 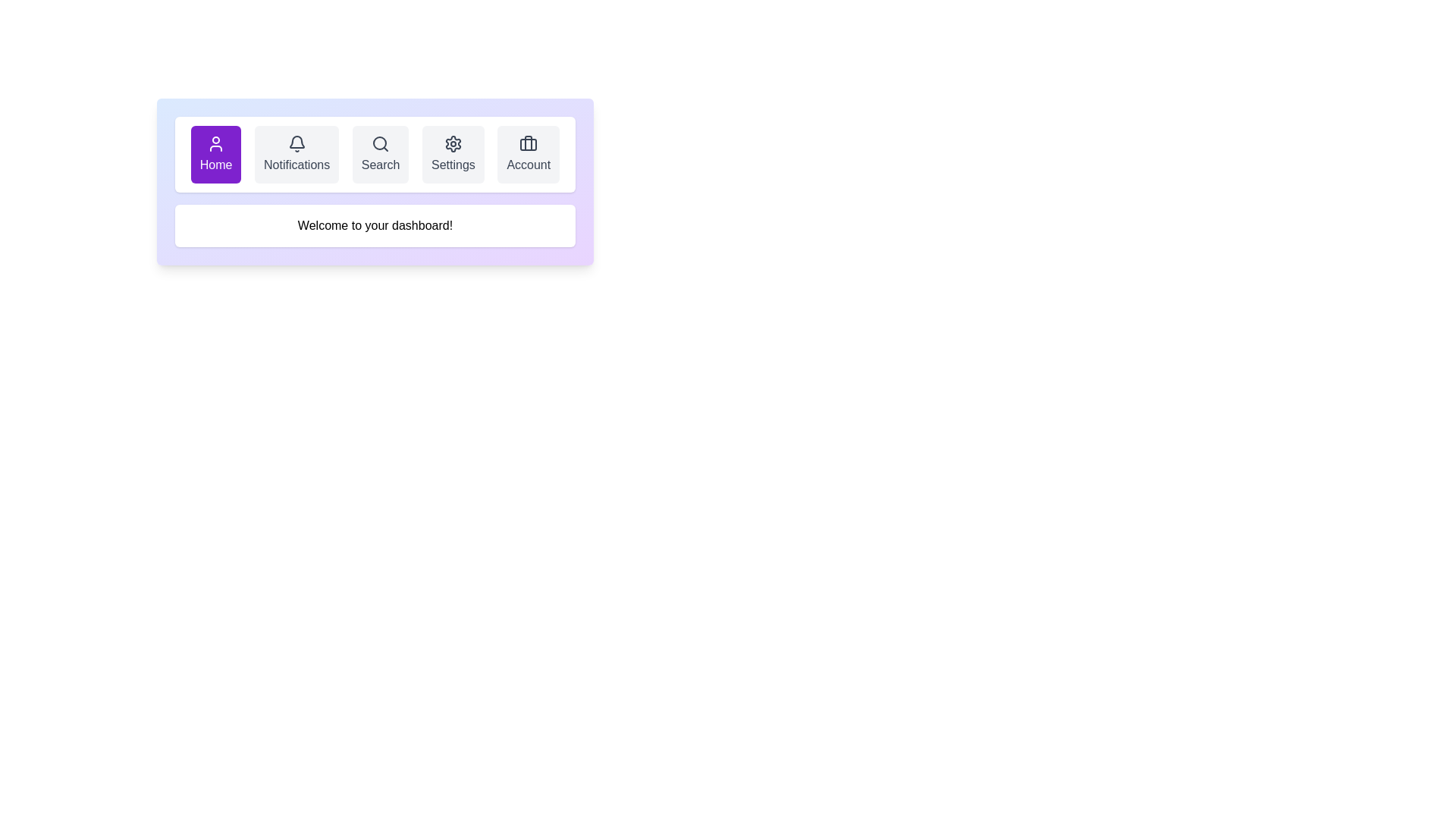 I want to click on the 'Settings' button, which is a rounded rectangular button with a light gray background and a gear icon, located in the top navigation bar between 'Search' and 'Account', so click(x=452, y=155).